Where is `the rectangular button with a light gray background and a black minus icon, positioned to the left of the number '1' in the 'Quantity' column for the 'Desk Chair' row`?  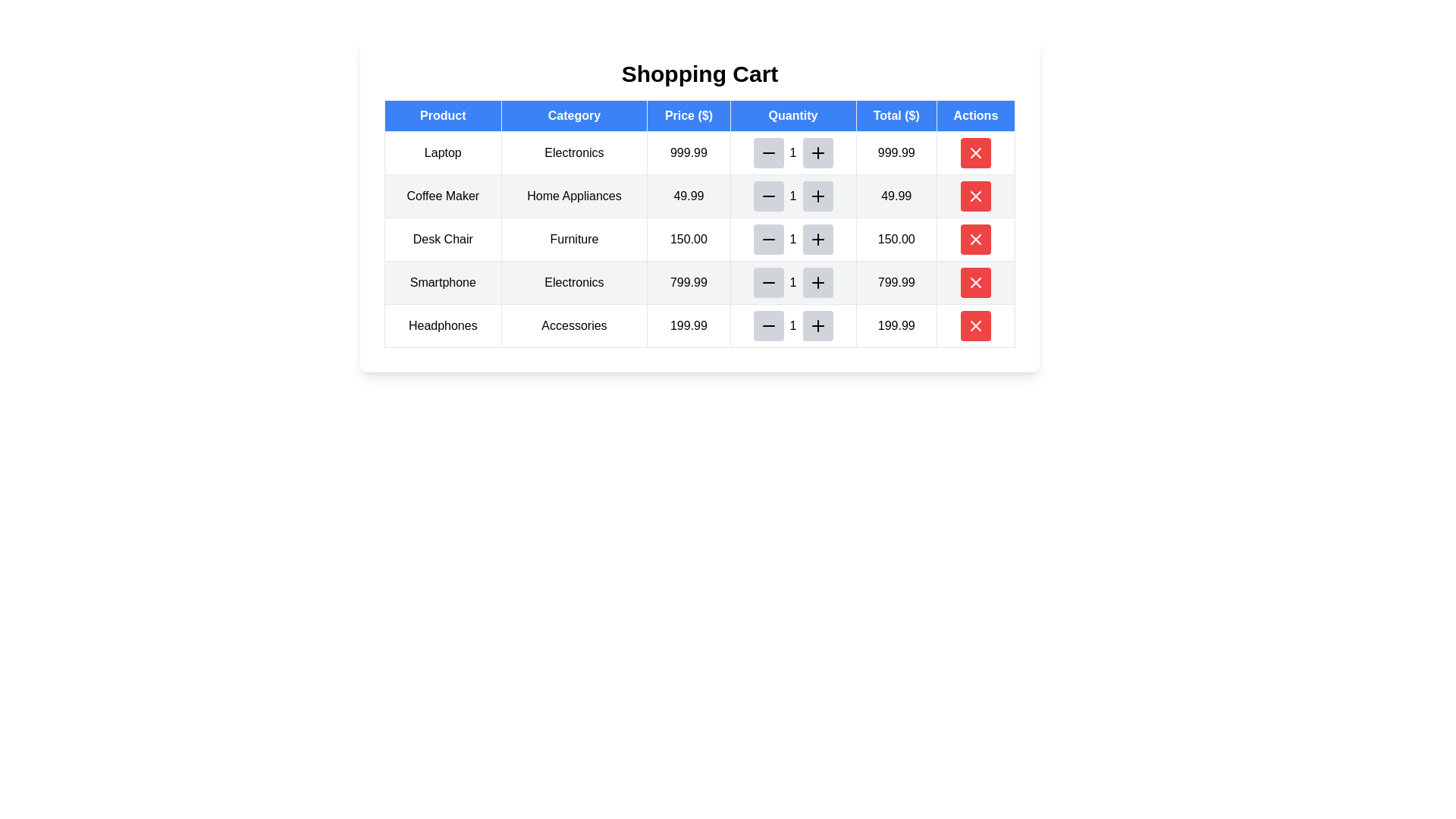
the rectangular button with a light gray background and a black minus icon, positioned to the left of the number '1' in the 'Quantity' column for the 'Desk Chair' row is located at coordinates (768, 239).